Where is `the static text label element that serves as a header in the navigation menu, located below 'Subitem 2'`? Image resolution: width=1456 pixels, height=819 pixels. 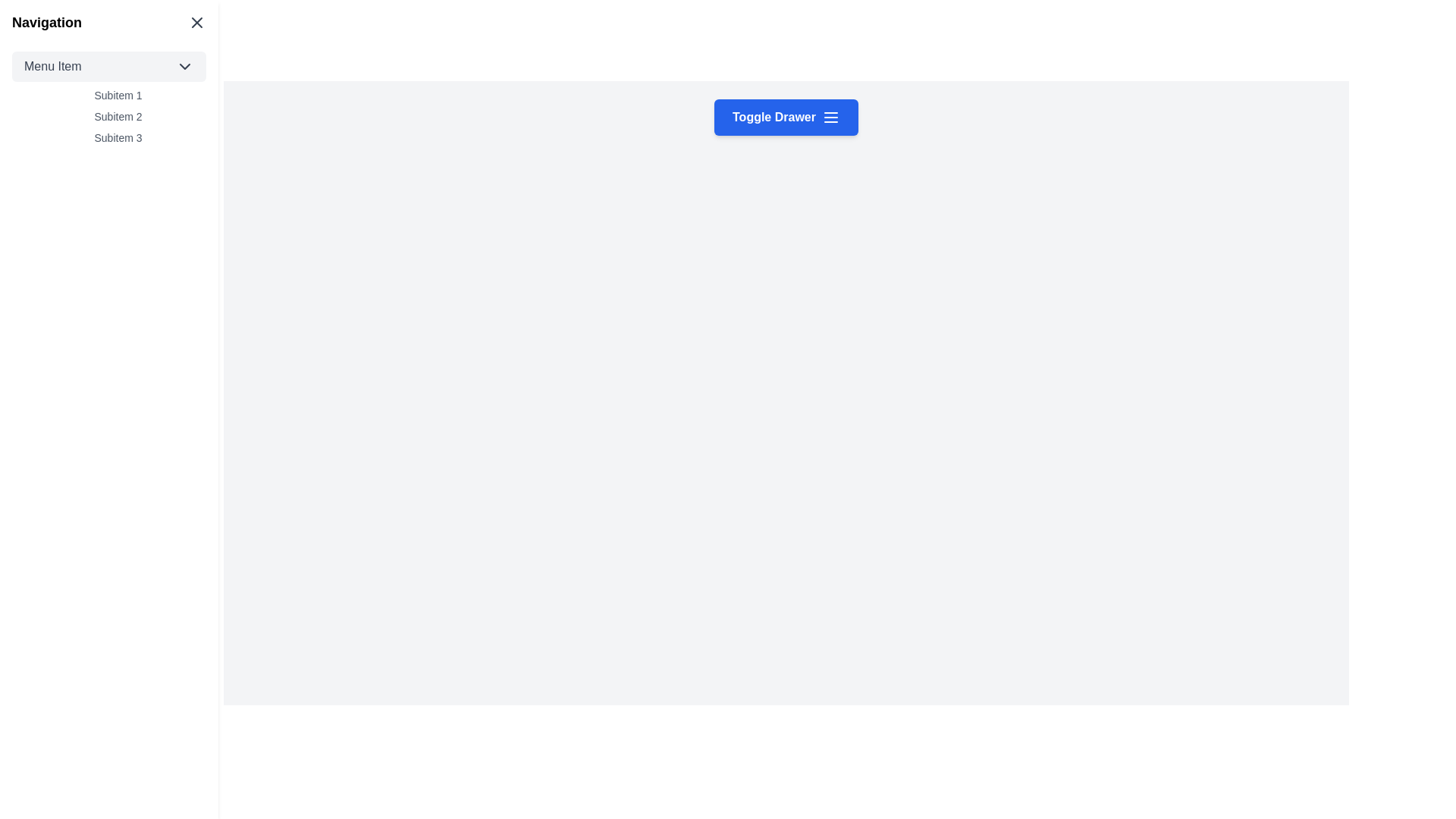 the static text label element that serves as a header in the navigation menu, located below 'Subitem 2' is located at coordinates (118, 137).